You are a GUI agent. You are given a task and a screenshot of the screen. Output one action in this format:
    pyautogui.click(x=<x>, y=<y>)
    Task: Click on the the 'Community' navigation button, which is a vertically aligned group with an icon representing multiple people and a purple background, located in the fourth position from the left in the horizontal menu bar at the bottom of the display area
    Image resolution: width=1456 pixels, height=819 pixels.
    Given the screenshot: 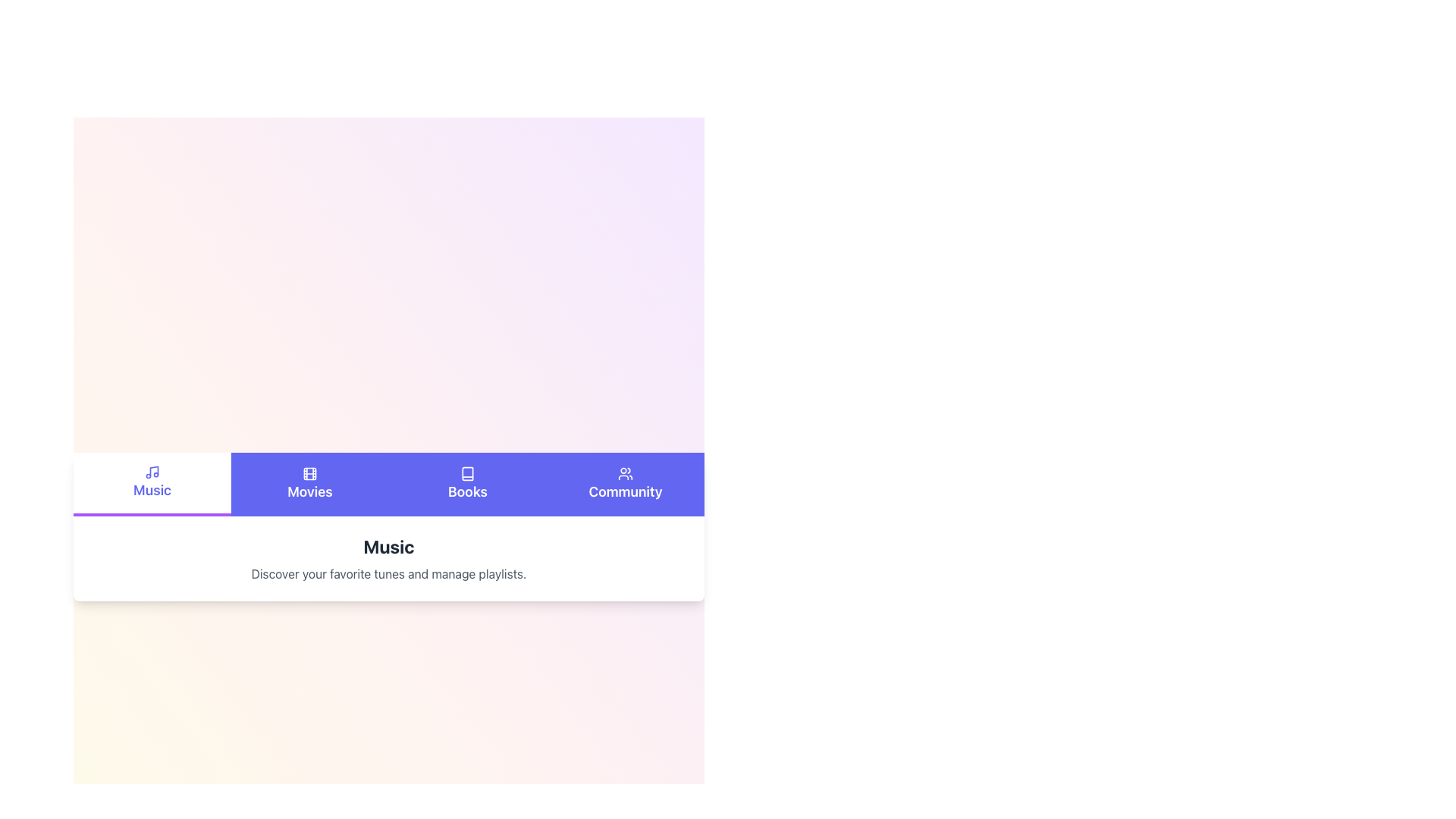 What is the action you would take?
    pyautogui.click(x=626, y=485)
    